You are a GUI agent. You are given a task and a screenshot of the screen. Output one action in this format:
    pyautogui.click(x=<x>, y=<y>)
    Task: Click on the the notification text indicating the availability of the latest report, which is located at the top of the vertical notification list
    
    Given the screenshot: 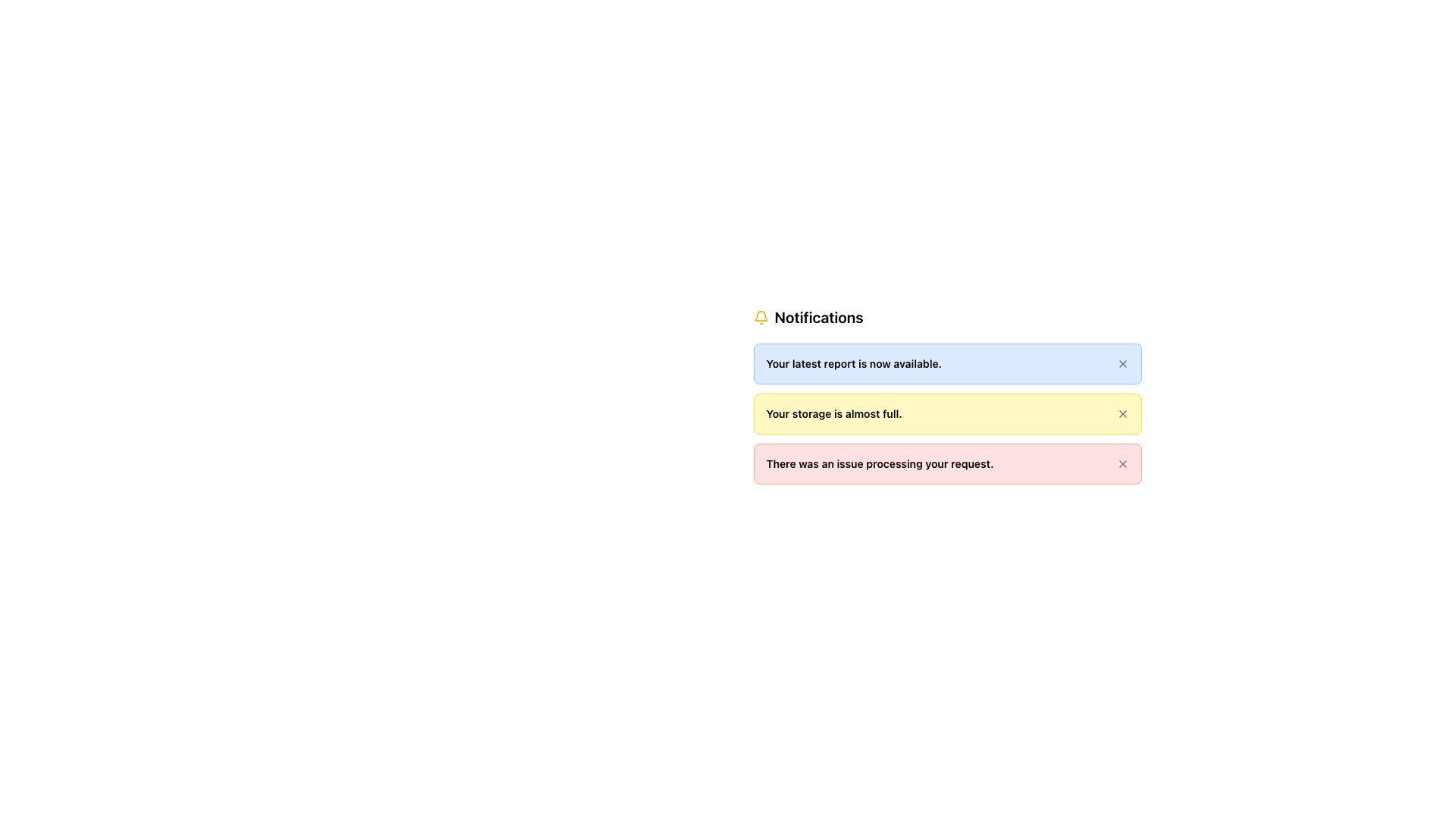 What is the action you would take?
    pyautogui.click(x=854, y=363)
    